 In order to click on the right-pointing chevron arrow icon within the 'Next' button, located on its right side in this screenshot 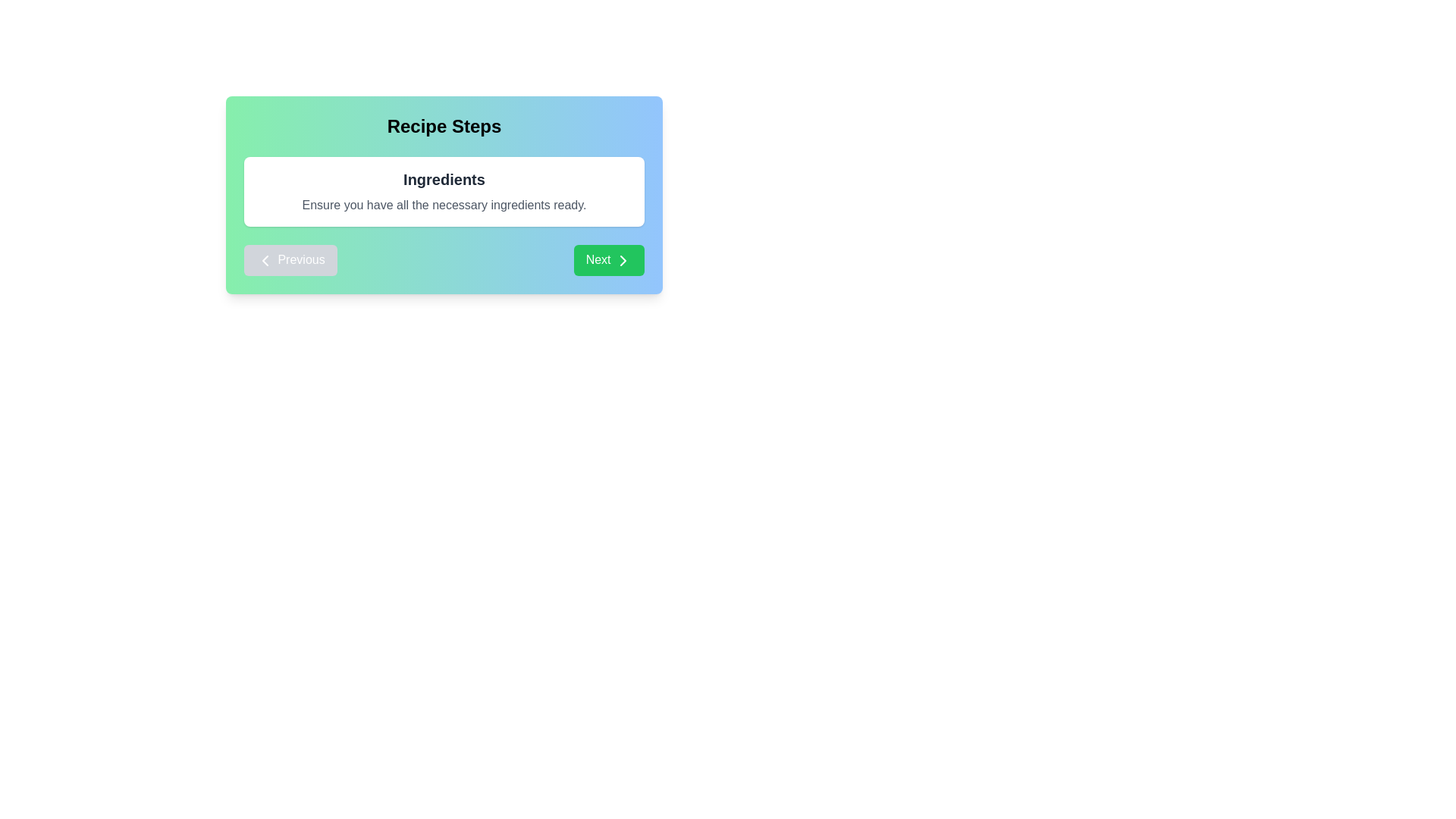, I will do `click(623, 259)`.